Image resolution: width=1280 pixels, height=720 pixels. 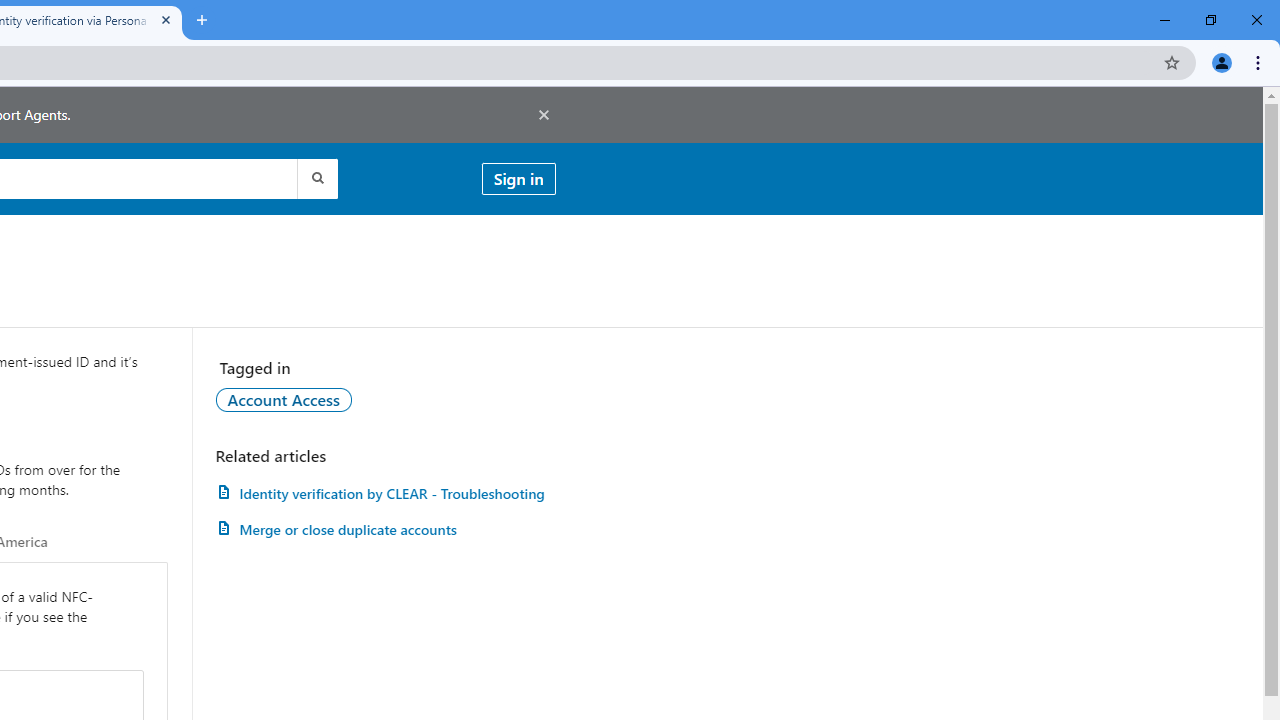 I want to click on 'Account Access', so click(x=282, y=399).